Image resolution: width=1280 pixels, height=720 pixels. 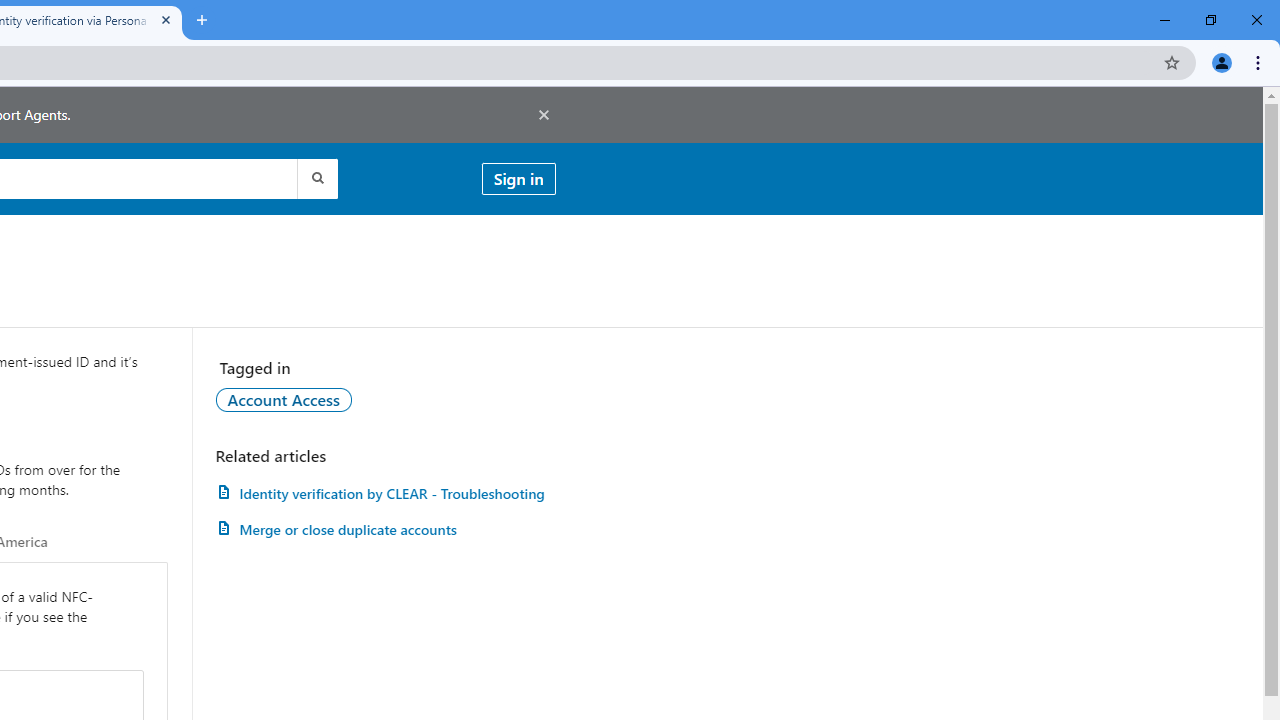 I want to click on 'Account Access', so click(x=282, y=399).